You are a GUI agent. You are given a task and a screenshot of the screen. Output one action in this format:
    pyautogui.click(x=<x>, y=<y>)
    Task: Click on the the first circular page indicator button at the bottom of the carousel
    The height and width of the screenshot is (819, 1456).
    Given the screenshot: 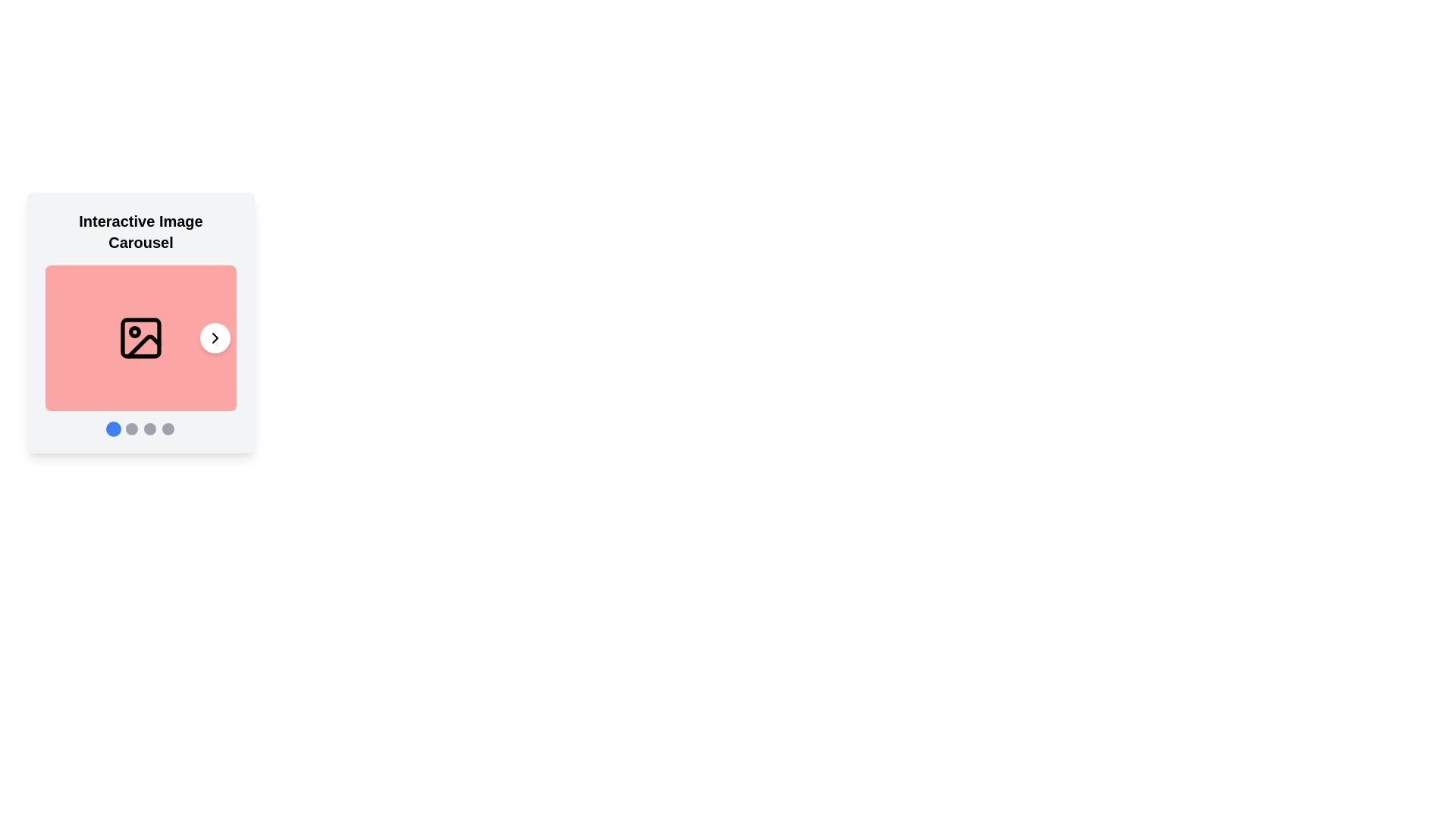 What is the action you would take?
    pyautogui.click(x=112, y=429)
    